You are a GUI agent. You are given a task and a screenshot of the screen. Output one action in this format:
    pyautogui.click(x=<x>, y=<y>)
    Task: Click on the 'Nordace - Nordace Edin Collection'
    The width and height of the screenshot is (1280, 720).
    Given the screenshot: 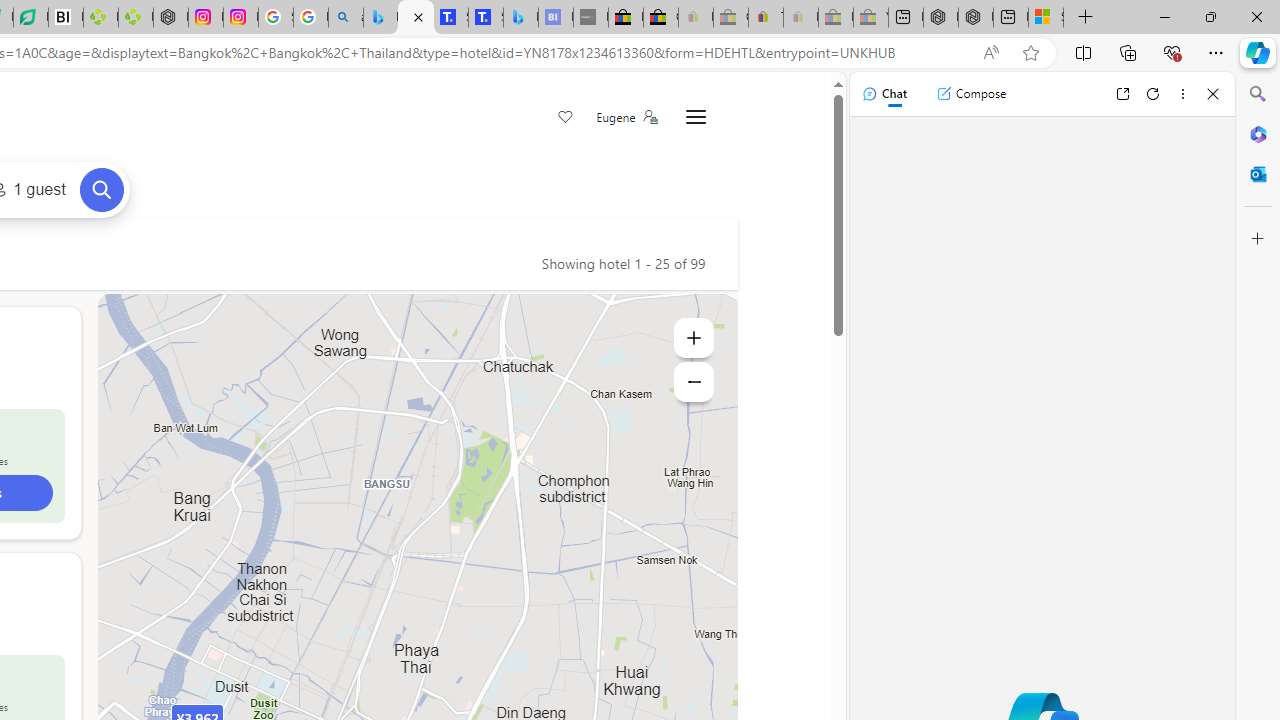 What is the action you would take?
    pyautogui.click(x=170, y=17)
    